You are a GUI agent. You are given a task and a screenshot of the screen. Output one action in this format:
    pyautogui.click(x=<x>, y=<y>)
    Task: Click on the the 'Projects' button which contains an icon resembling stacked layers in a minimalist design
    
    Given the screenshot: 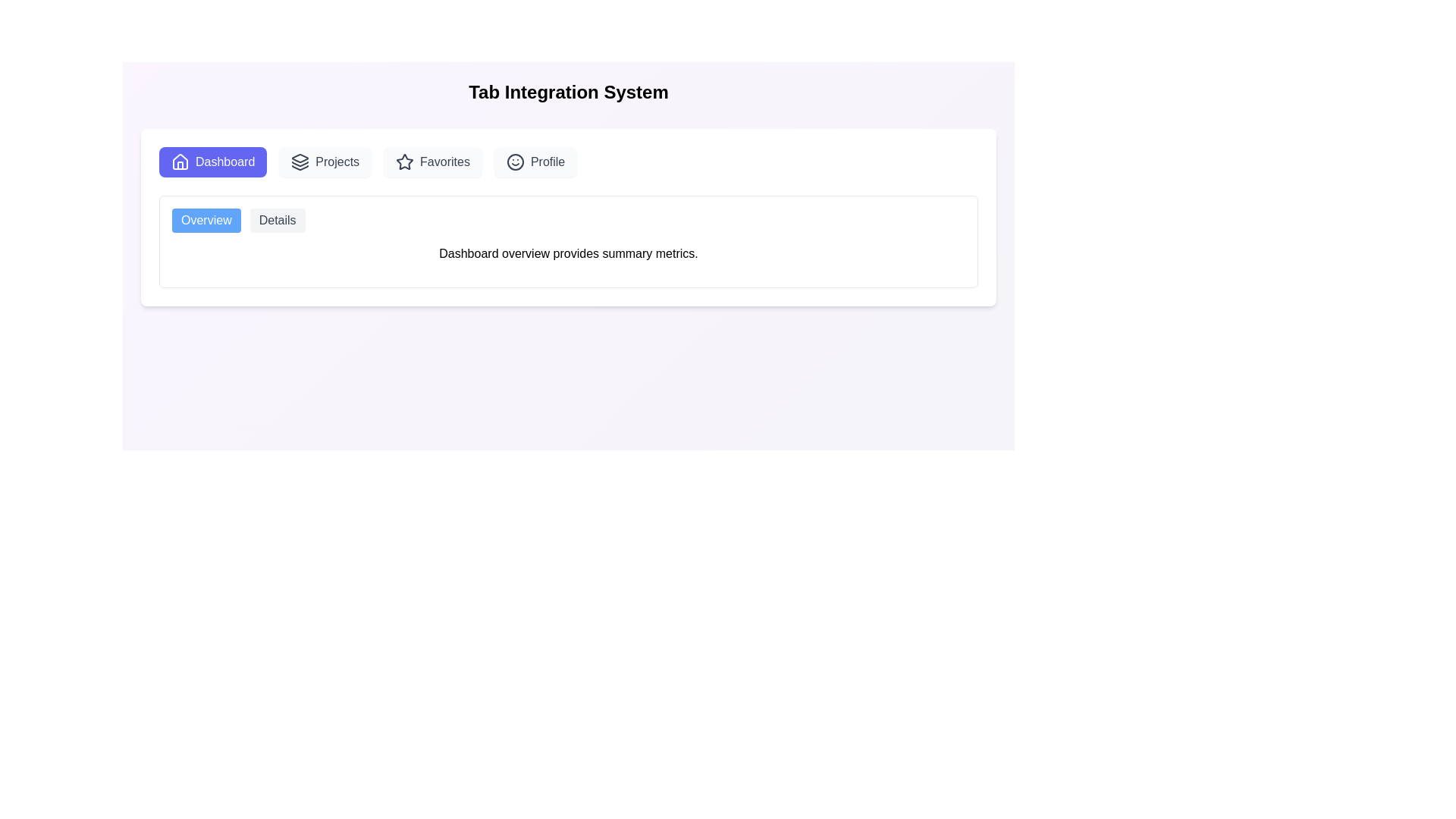 What is the action you would take?
    pyautogui.click(x=300, y=162)
    